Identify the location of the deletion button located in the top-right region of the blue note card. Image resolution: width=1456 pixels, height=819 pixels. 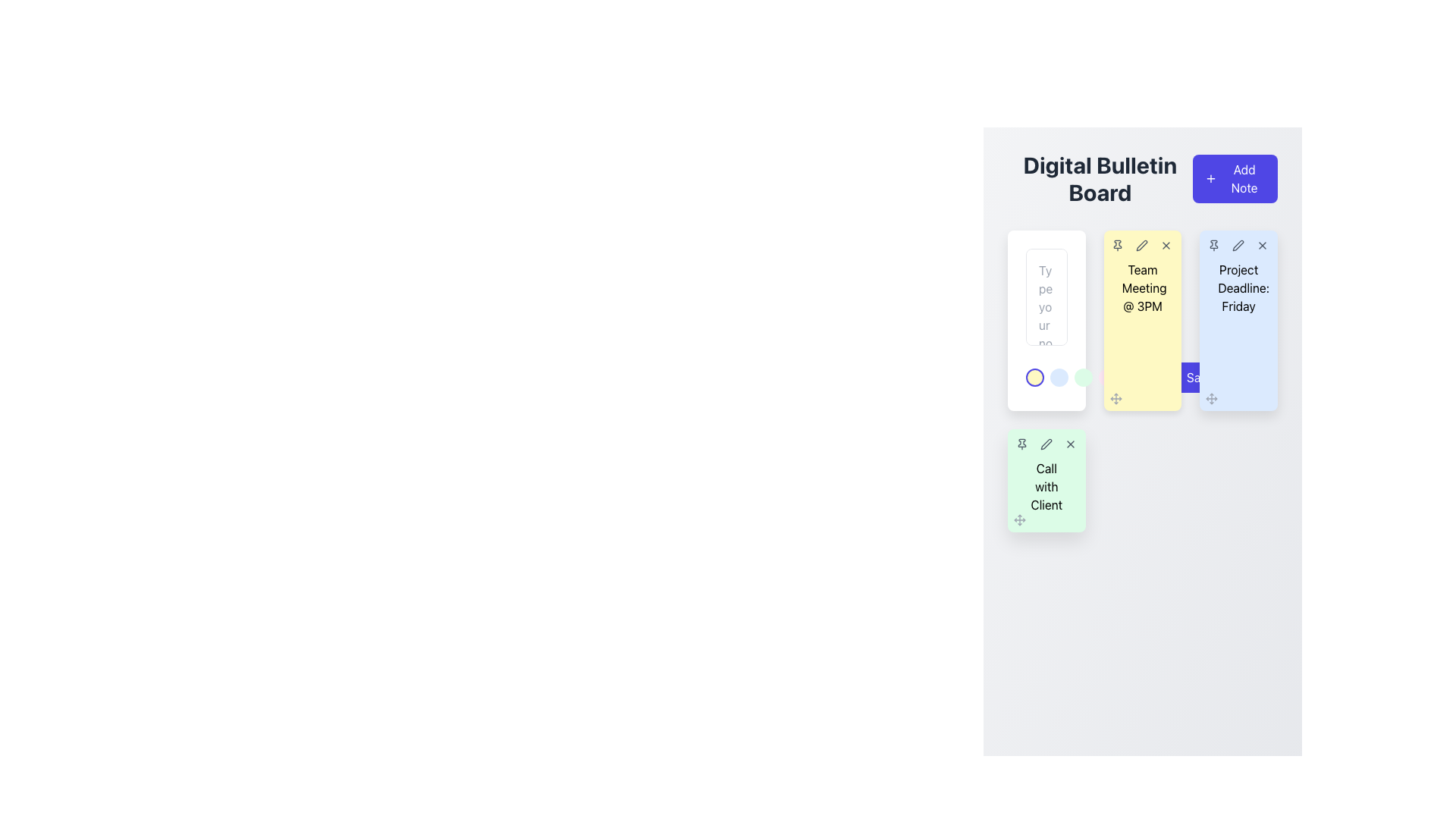
(1263, 245).